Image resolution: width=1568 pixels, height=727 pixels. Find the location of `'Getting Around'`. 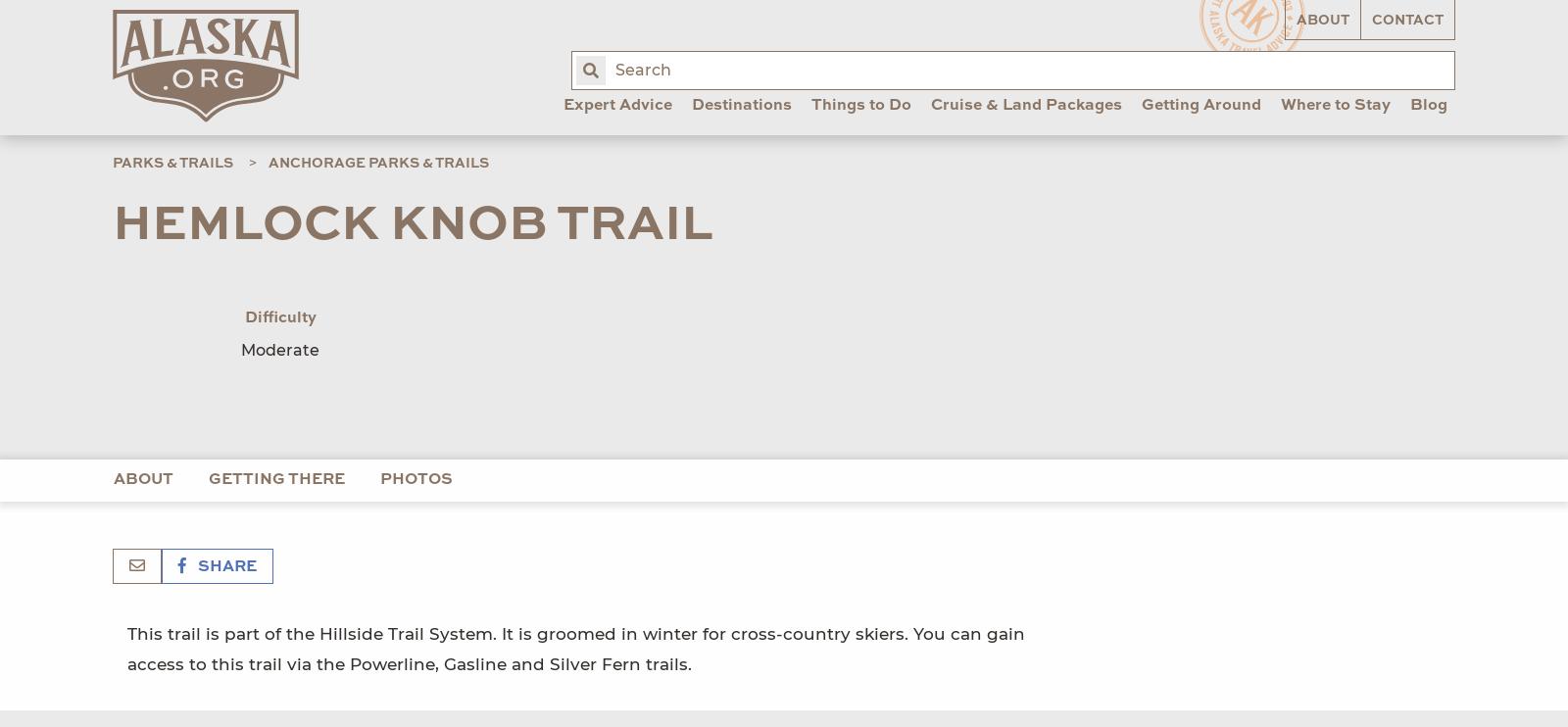

'Getting Around' is located at coordinates (1200, 105).